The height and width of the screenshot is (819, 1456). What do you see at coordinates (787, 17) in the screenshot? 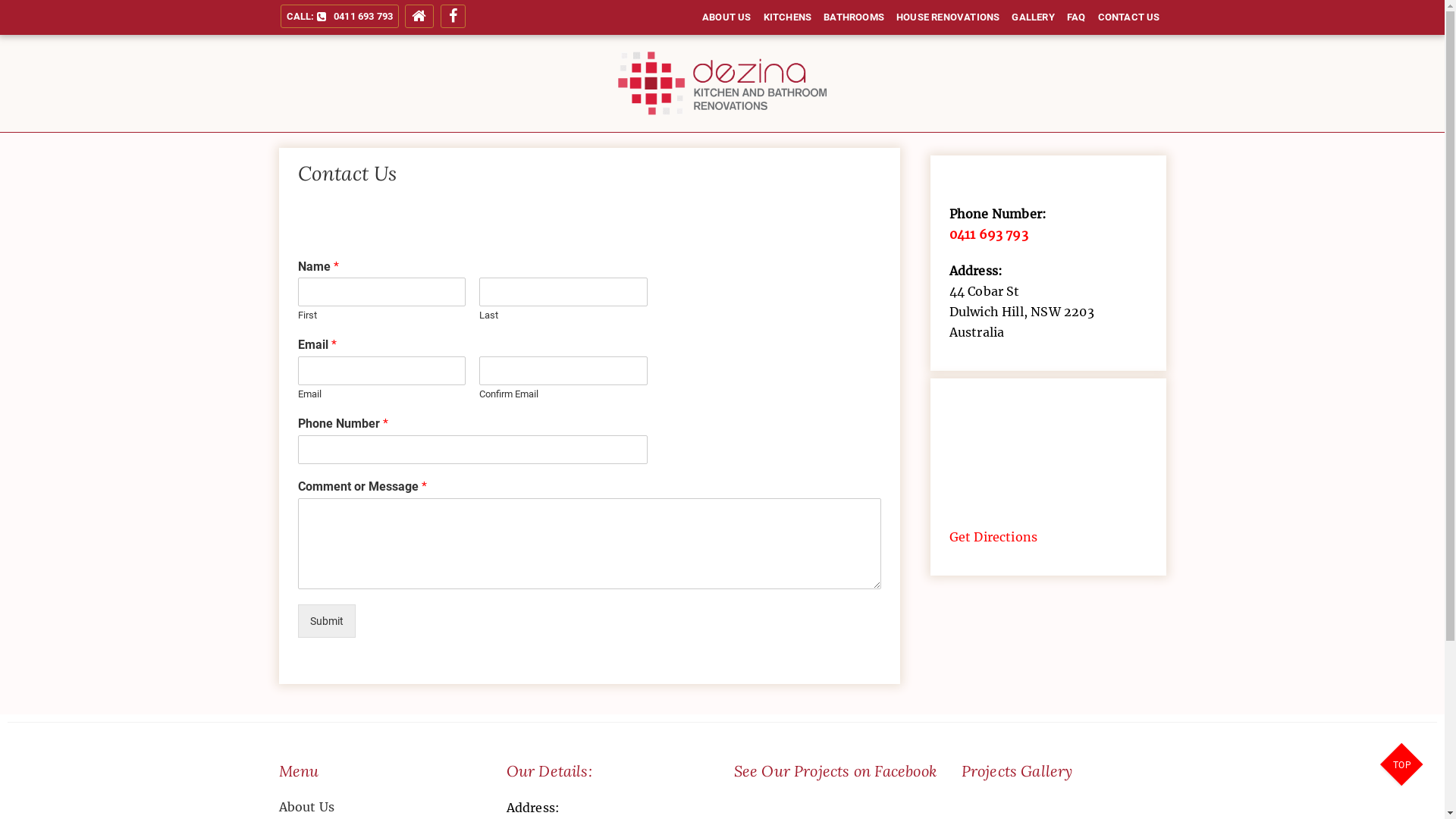
I see `'KITCHENS'` at bounding box center [787, 17].